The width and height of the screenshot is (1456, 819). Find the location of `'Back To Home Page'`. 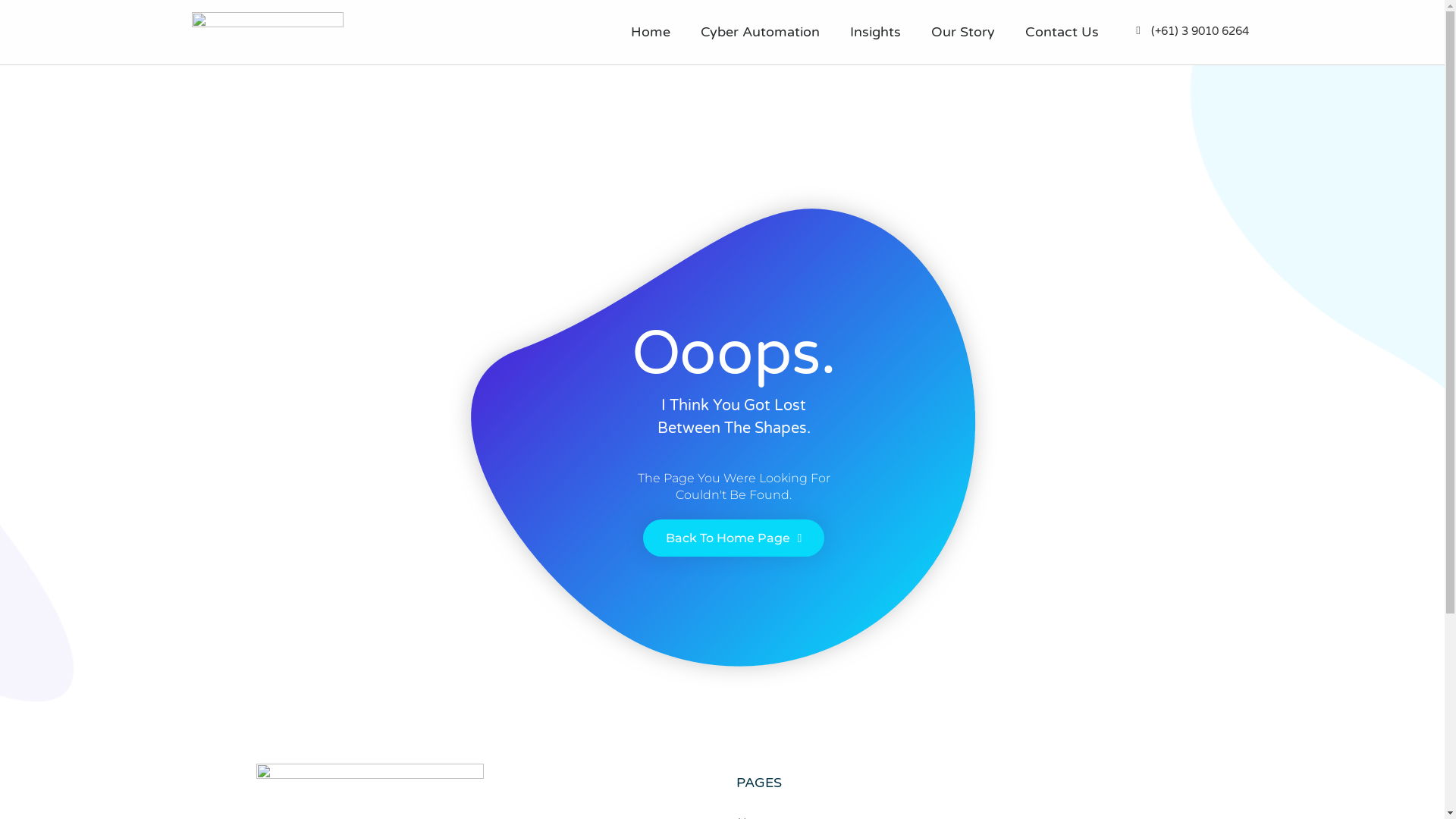

'Back To Home Page' is located at coordinates (643, 537).